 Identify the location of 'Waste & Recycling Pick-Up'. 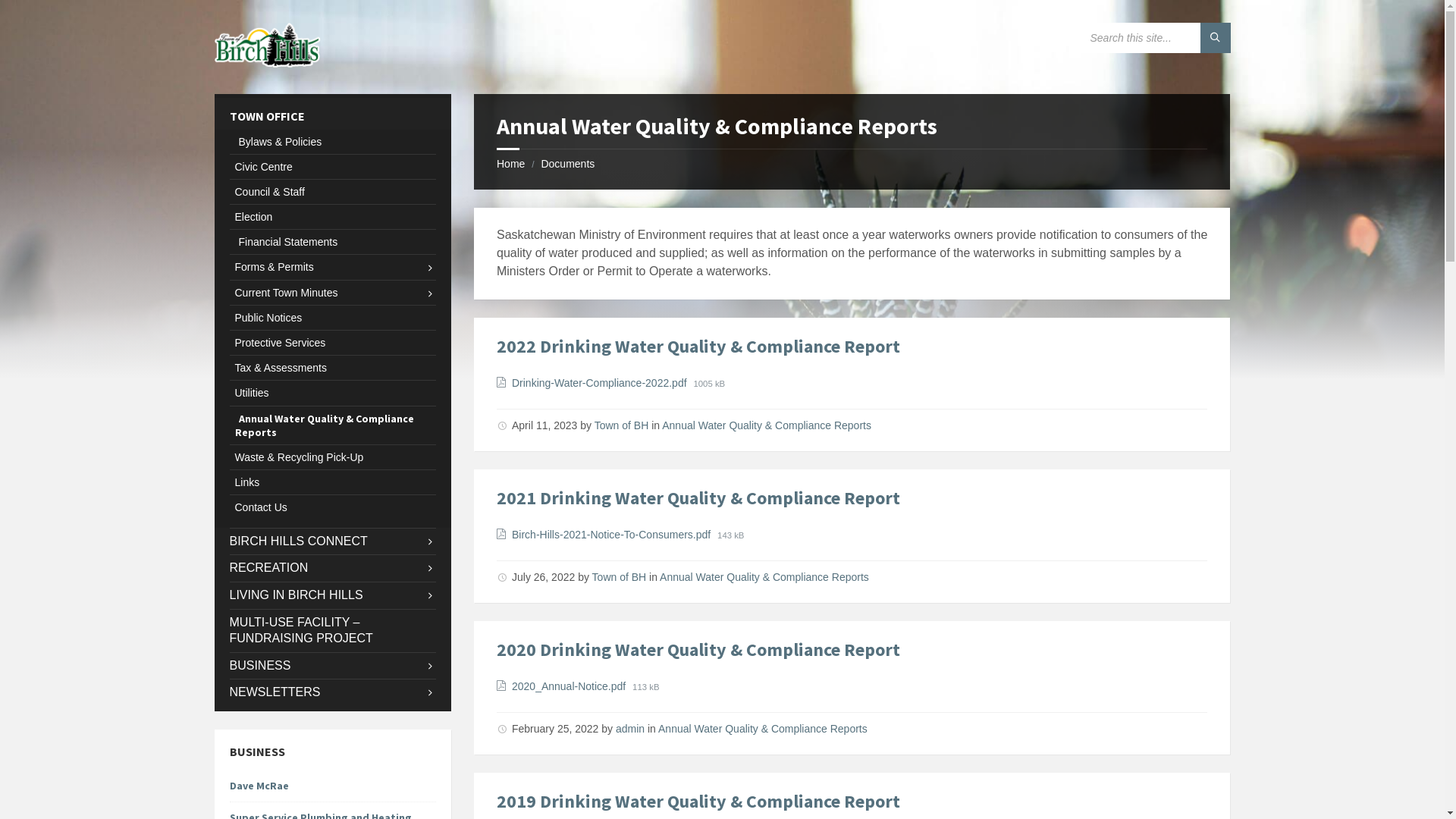
(331, 456).